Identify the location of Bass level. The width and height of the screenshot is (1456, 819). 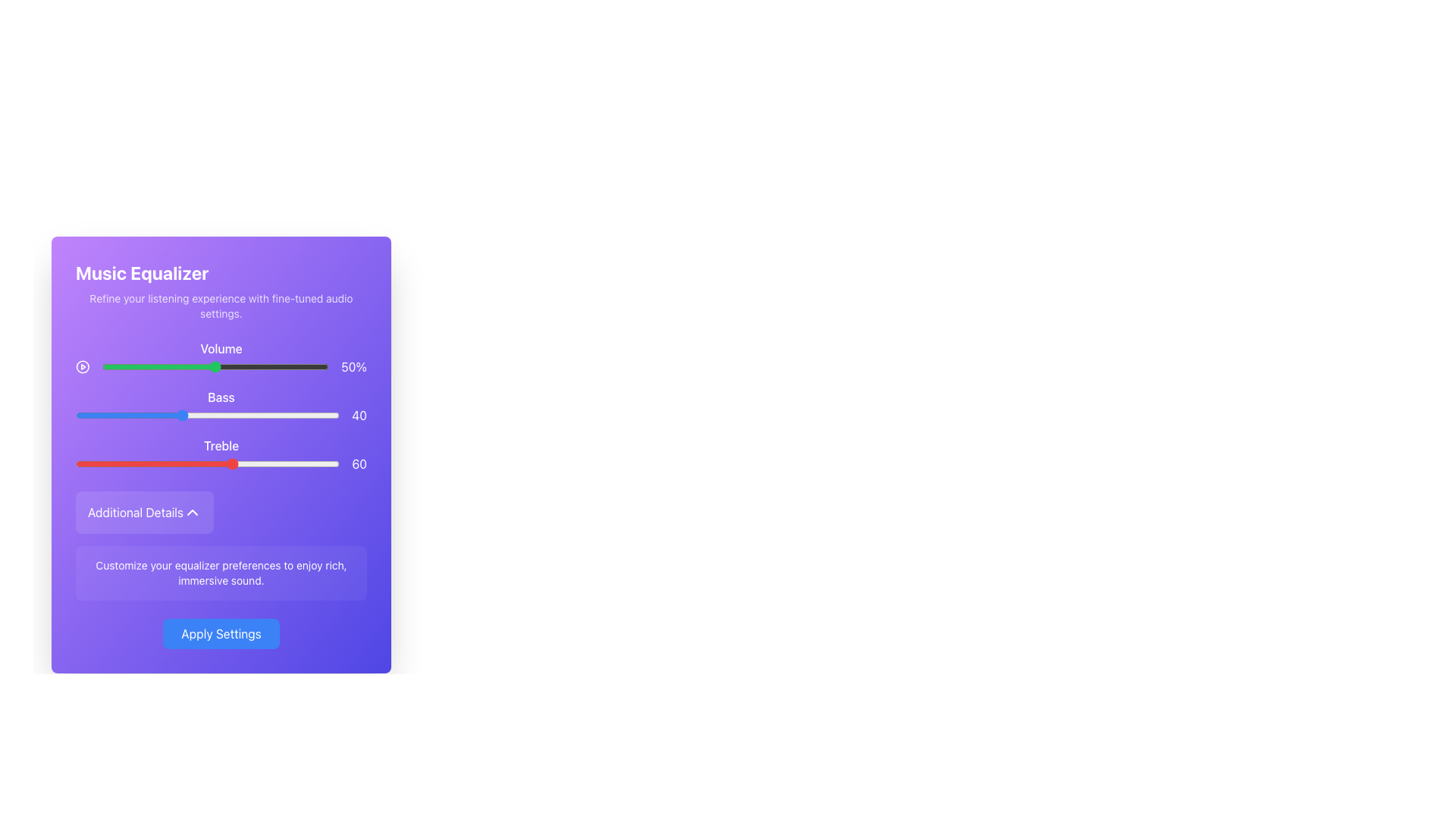
(258, 415).